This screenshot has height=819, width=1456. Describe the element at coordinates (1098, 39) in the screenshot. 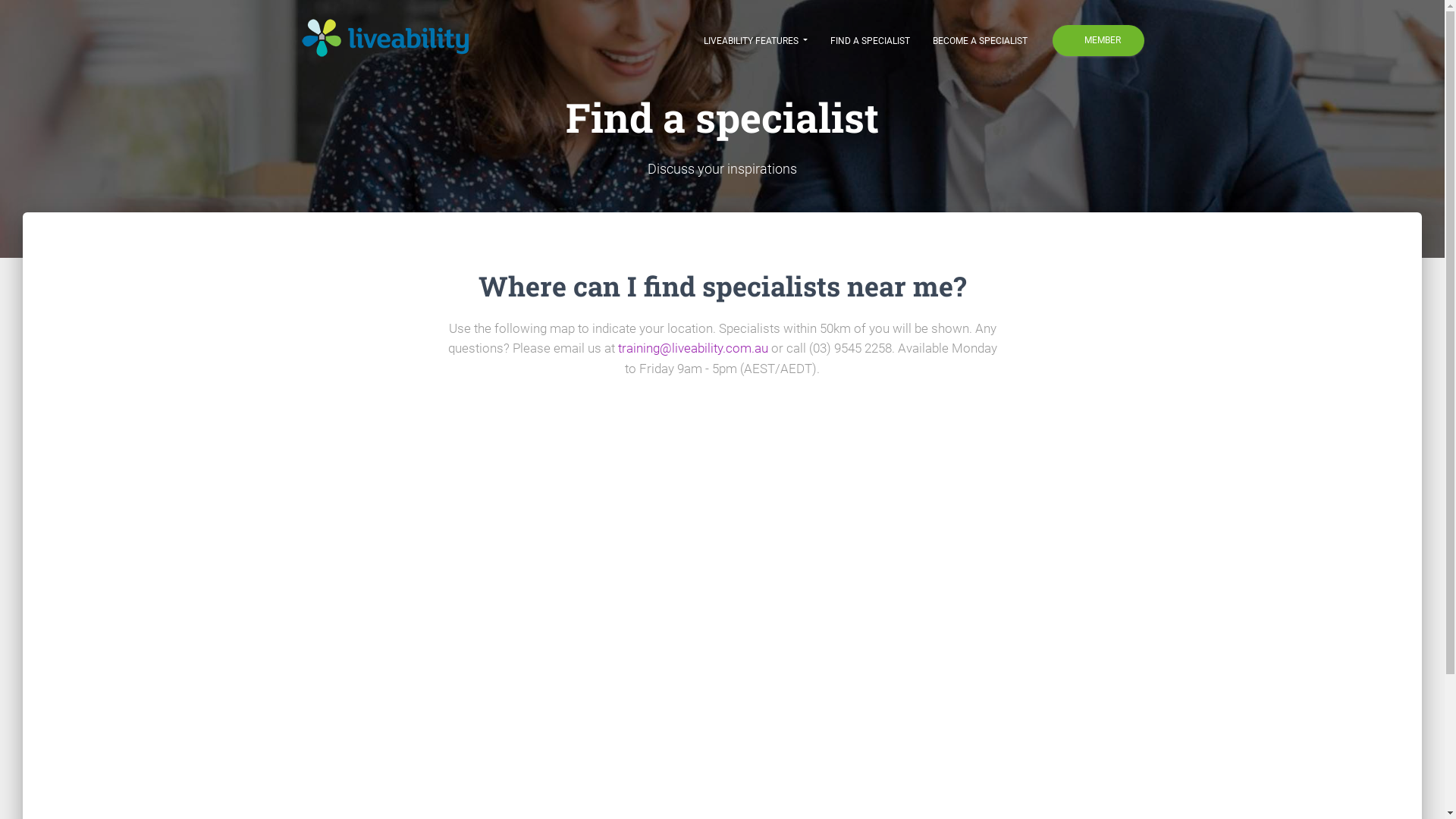

I see `'MEMBER'` at that location.